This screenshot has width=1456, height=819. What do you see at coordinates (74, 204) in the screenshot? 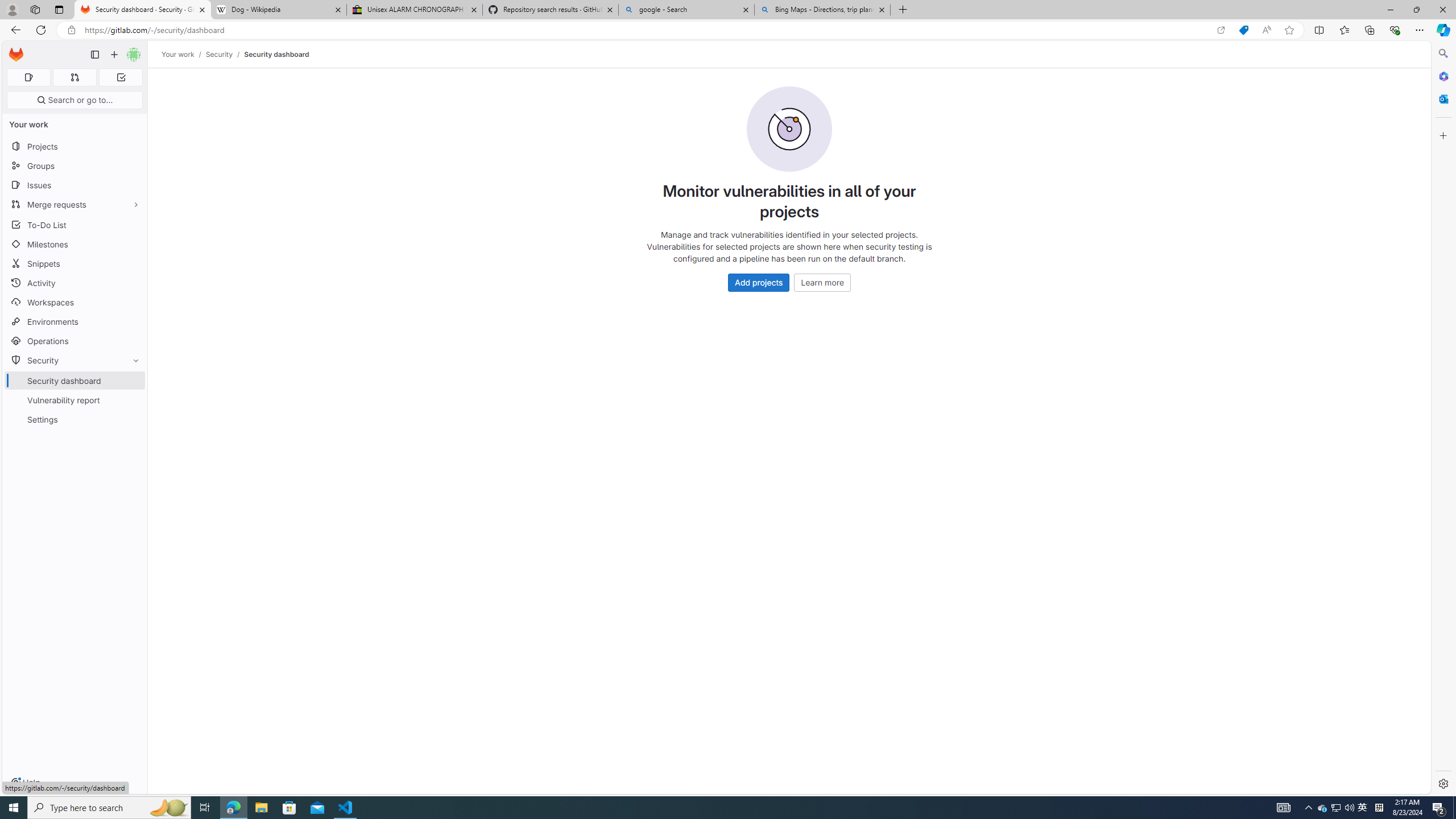
I see `'Merge requests'` at bounding box center [74, 204].